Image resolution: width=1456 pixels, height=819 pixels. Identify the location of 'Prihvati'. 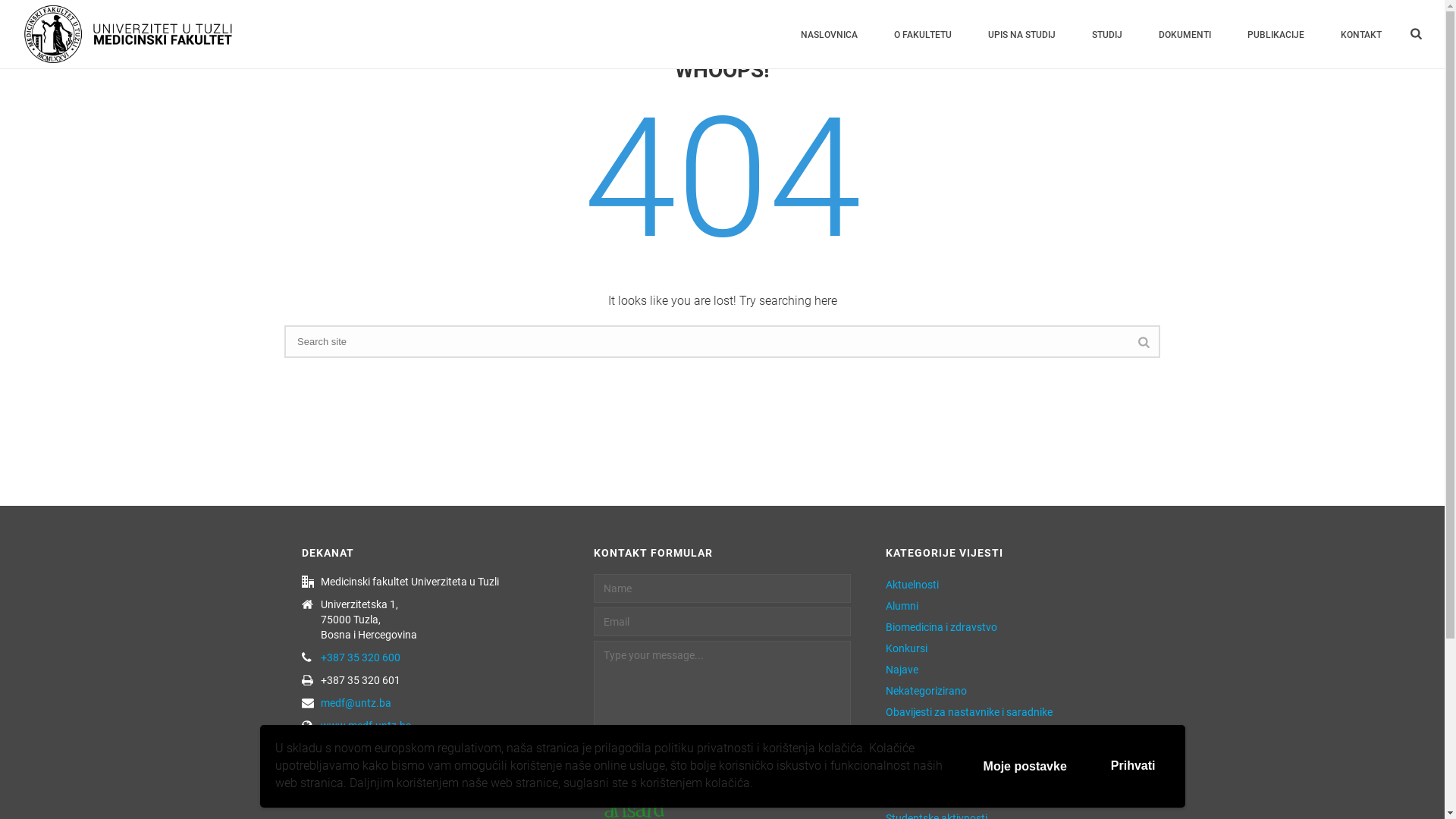
(1133, 766).